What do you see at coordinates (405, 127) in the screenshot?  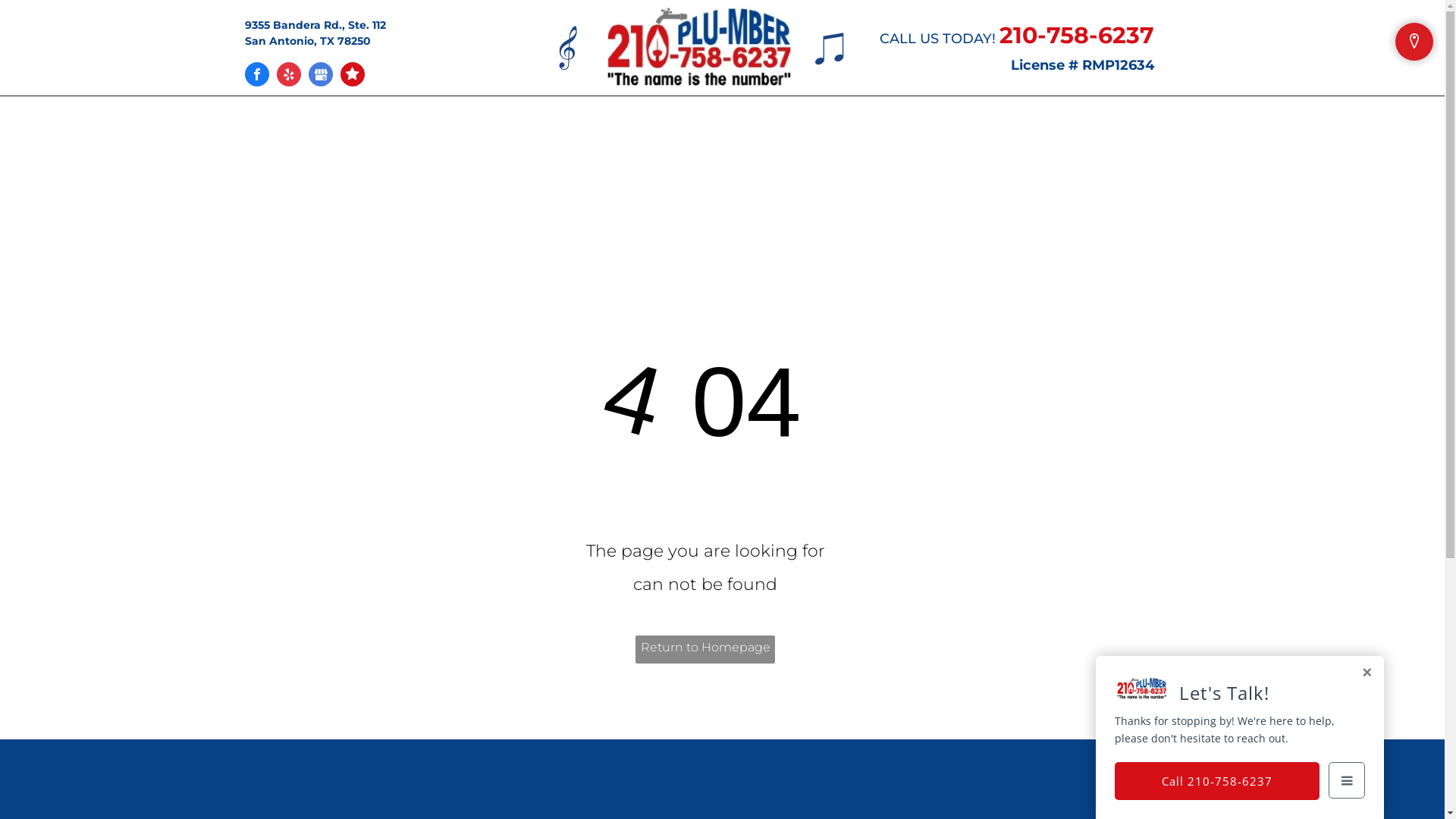 I see `'Home'` at bounding box center [405, 127].